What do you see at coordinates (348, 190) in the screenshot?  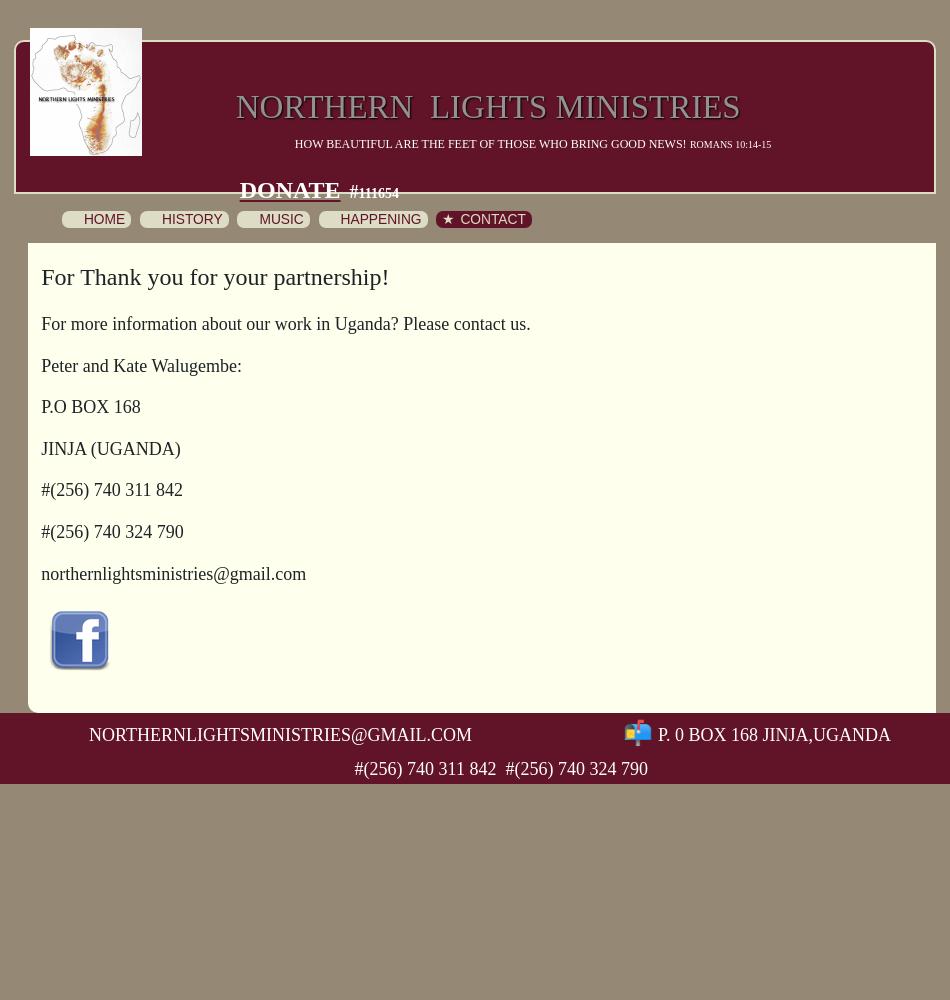 I see `'#'` at bounding box center [348, 190].